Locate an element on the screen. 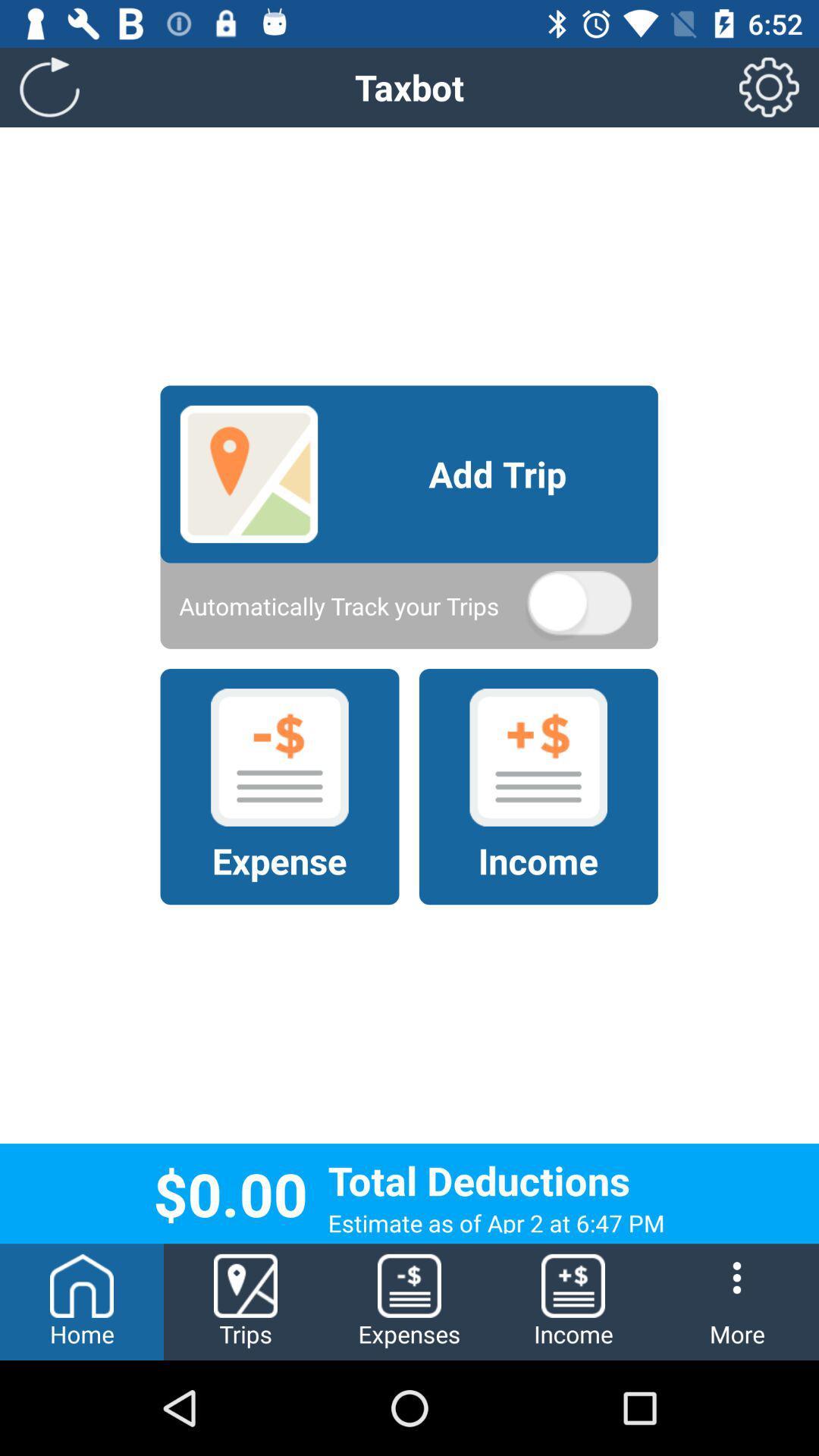  the app to the right of the automatically track your item is located at coordinates (579, 605).